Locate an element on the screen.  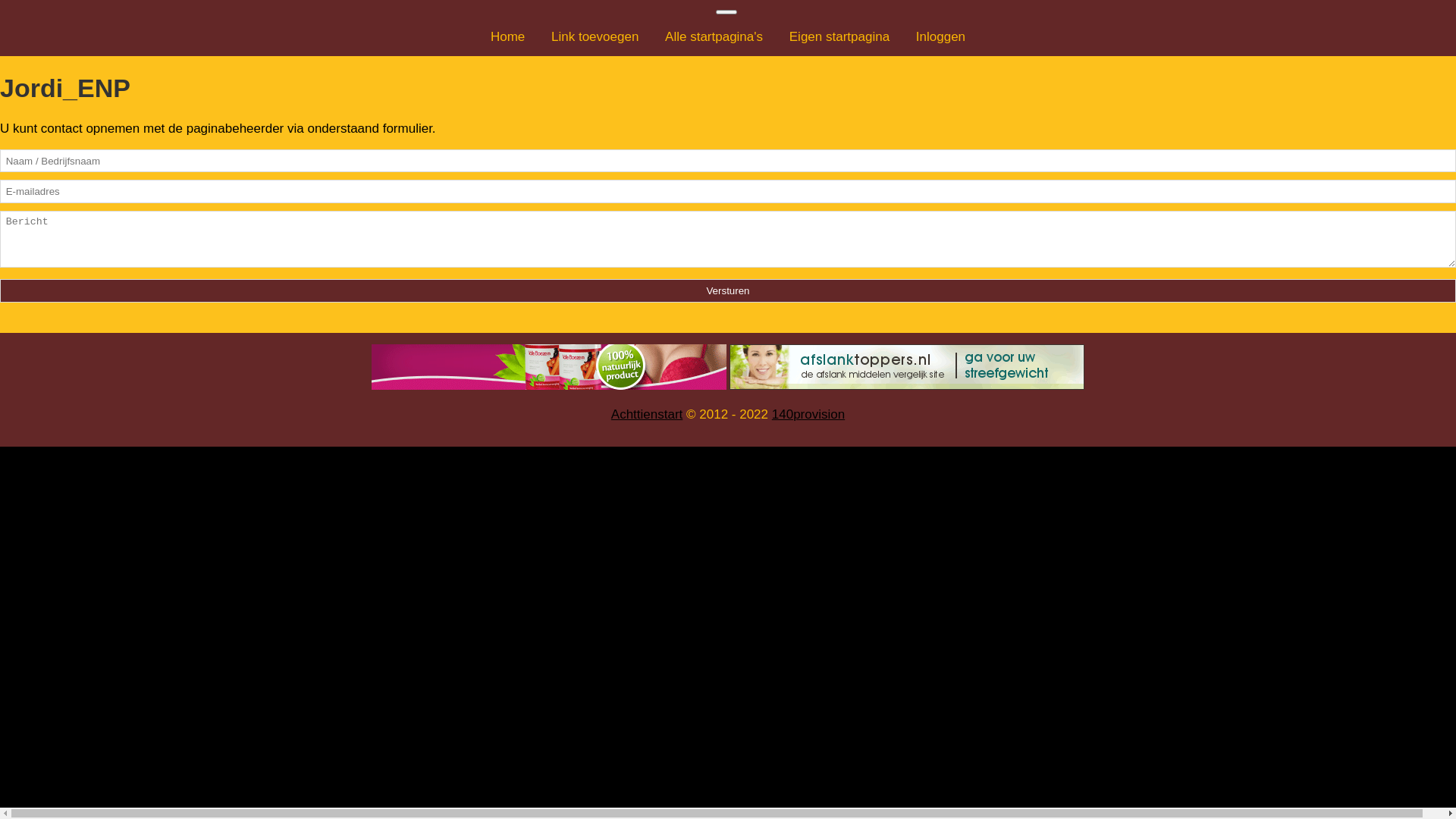
'Inloggen' is located at coordinates (940, 36).